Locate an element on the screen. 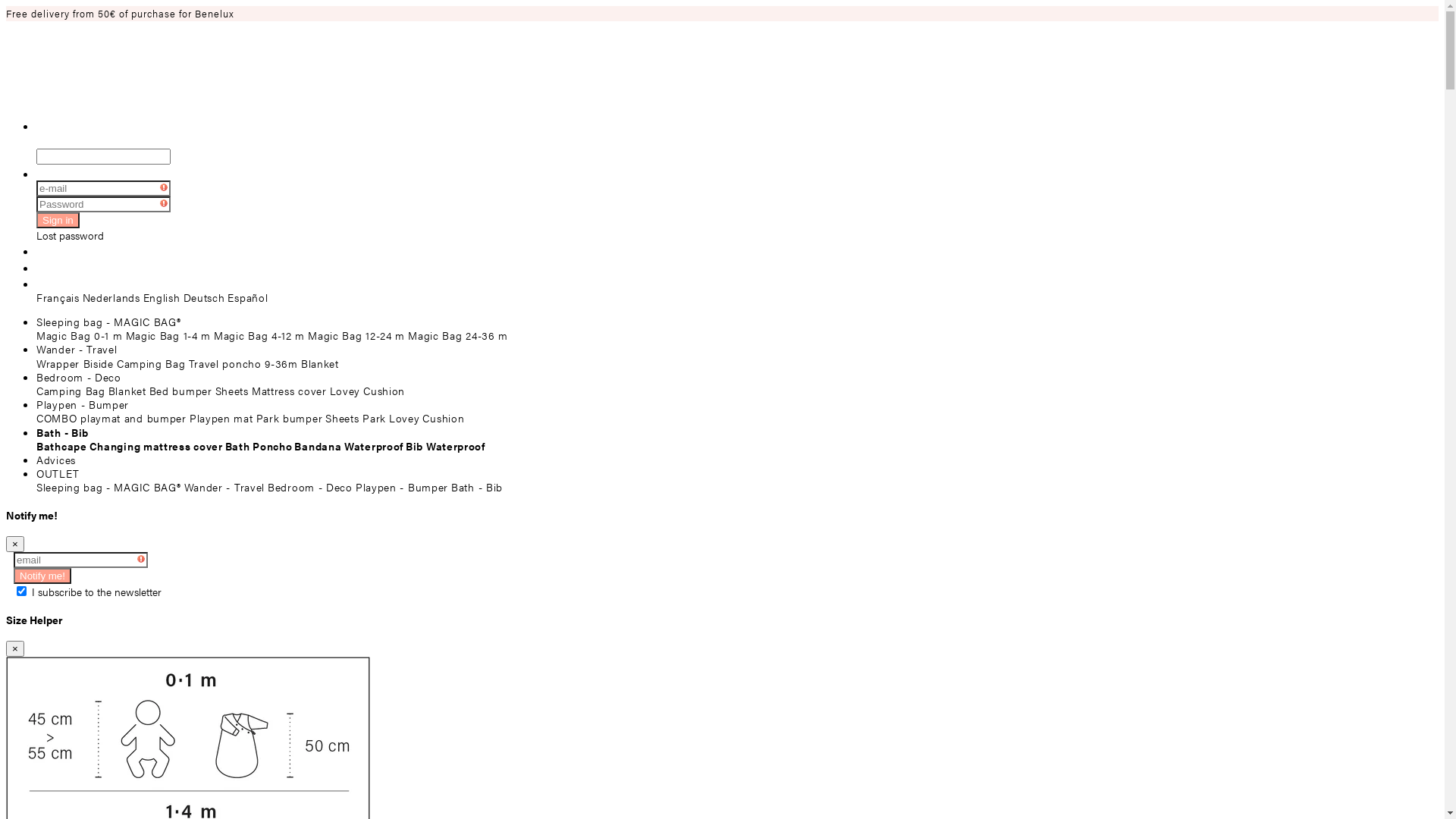  'Advices' is located at coordinates (55, 458).